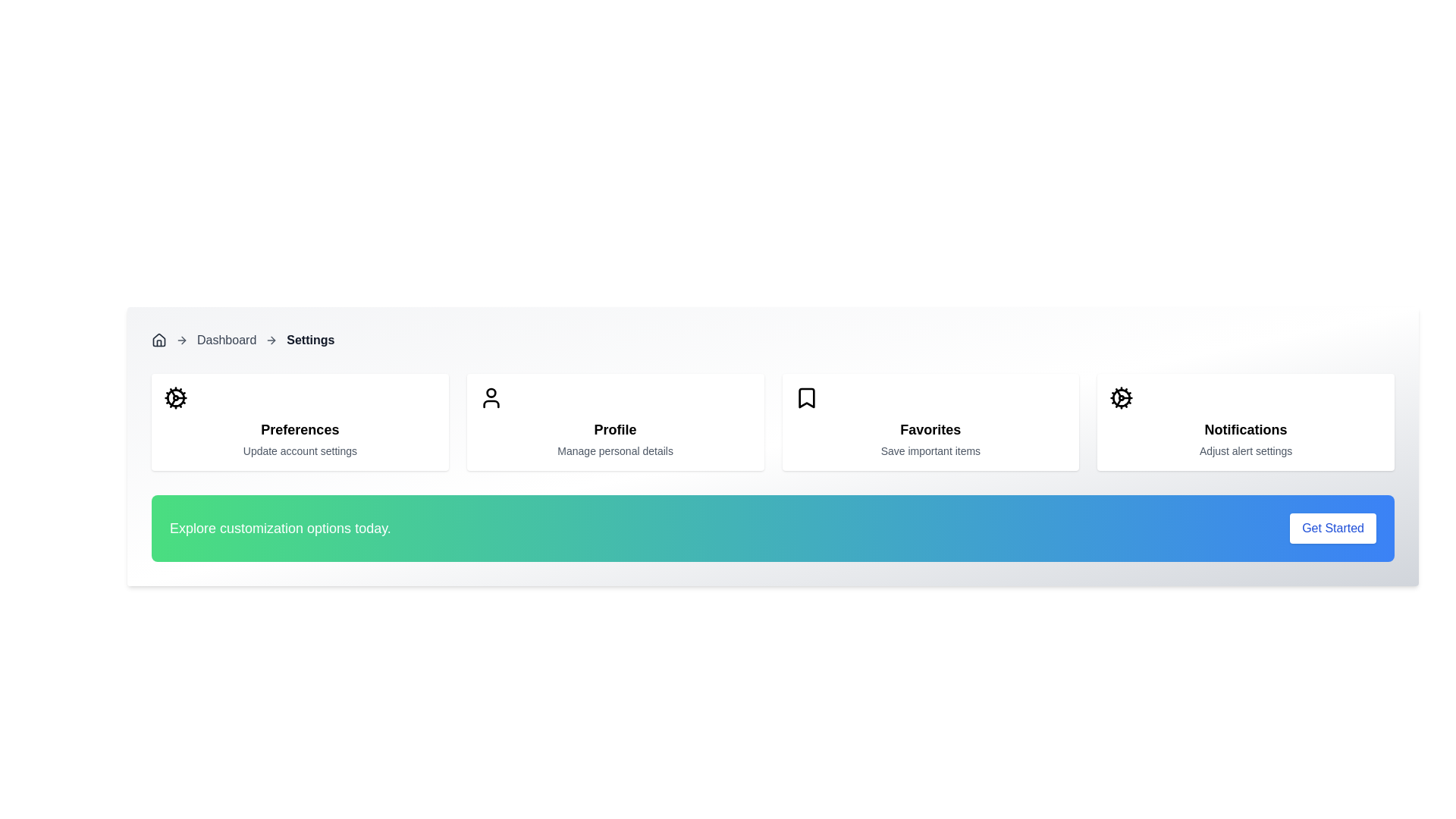  Describe the element at coordinates (182, 339) in the screenshot. I see `the rightward arrow icon with a gray stroke located in the breadcrumb navigation between 'Dashboard' and 'DashboardSettings'` at that location.